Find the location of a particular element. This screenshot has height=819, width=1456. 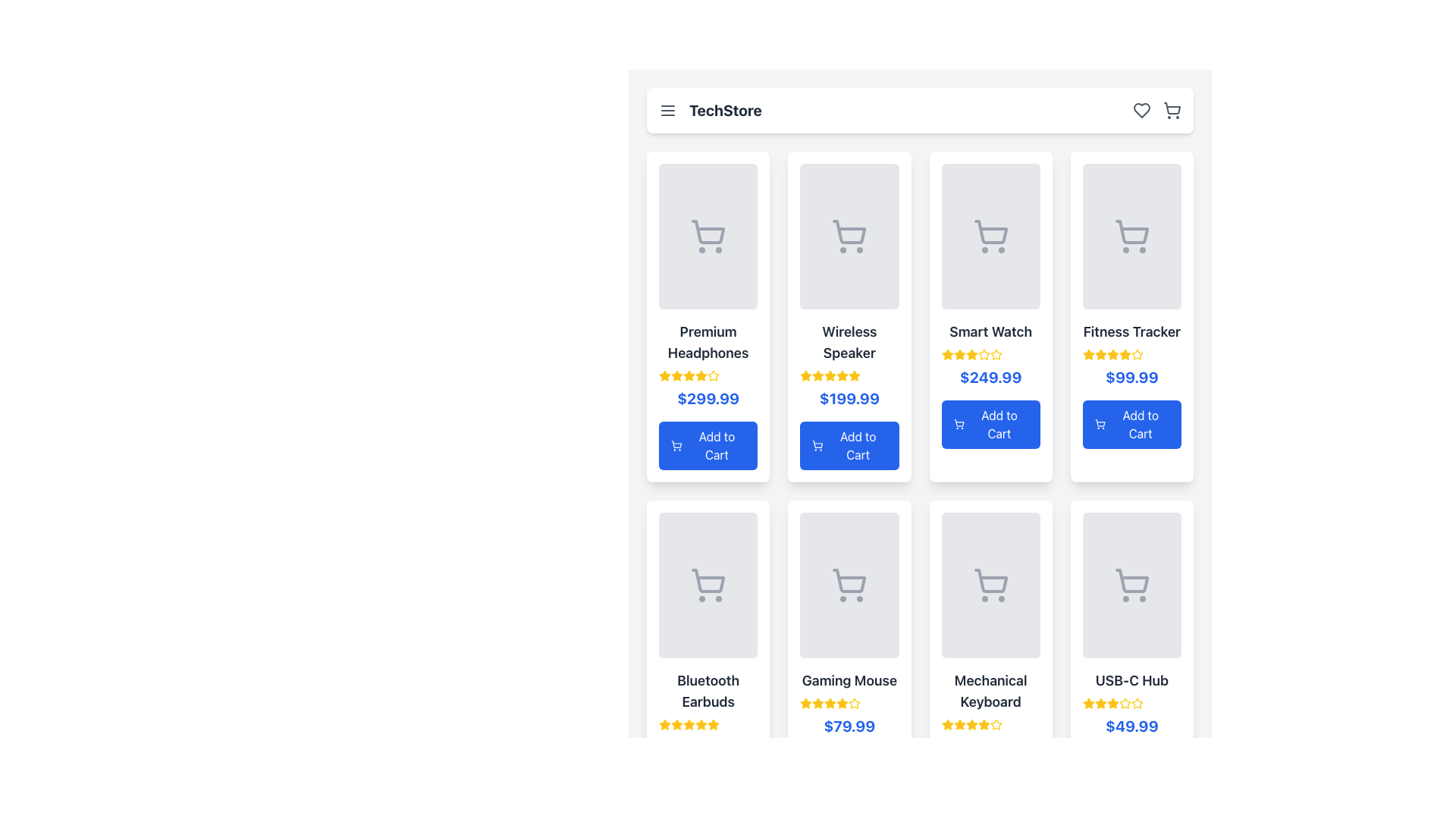

the star rating display for the product located below the 'Premium Headphones' title and above the price '$299.99' is located at coordinates (708, 375).